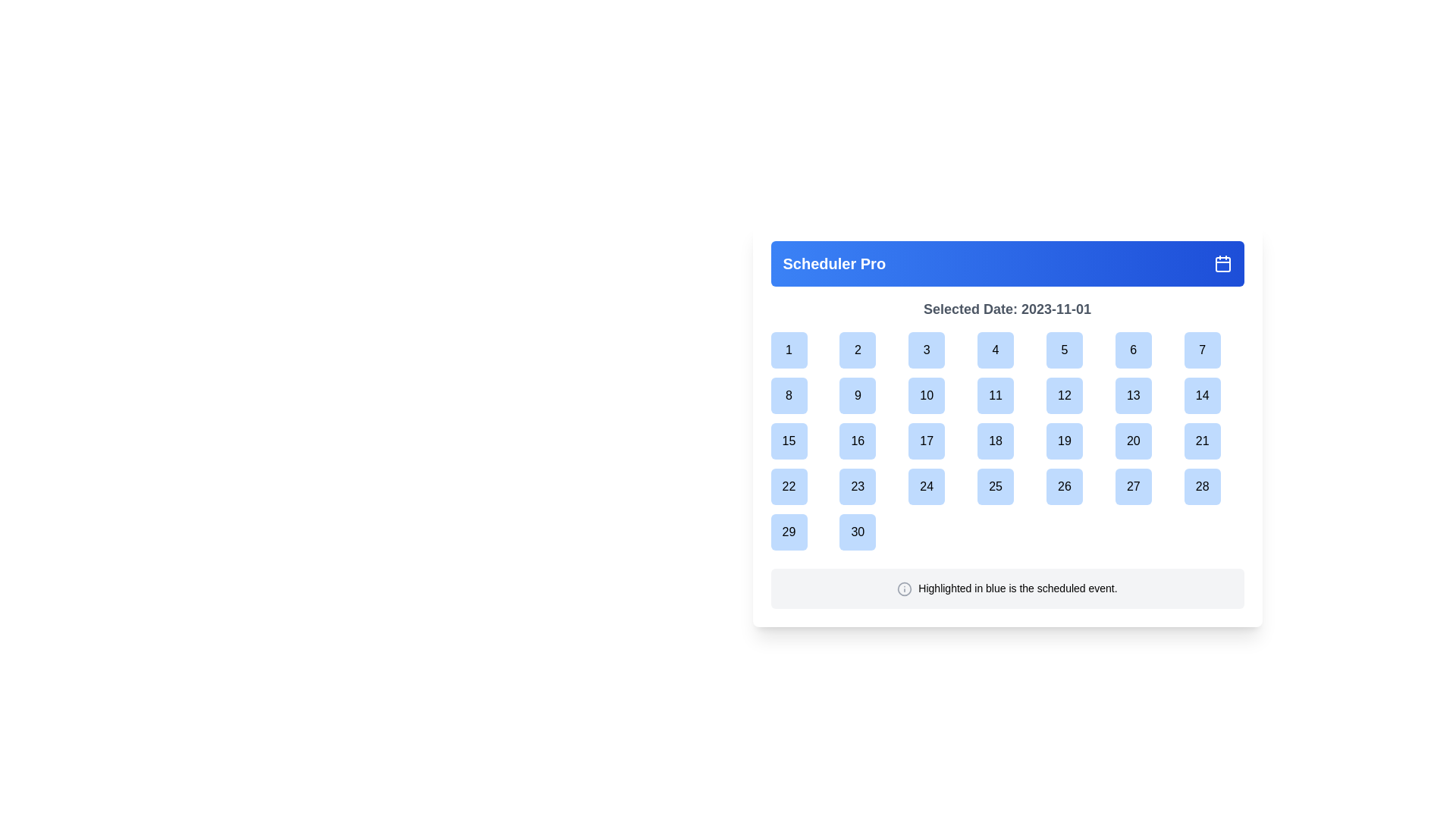 The width and height of the screenshot is (1456, 819). What do you see at coordinates (926, 350) in the screenshot?
I see `the square button with a light blue background that contains the number '3' in black text to activate its hover state` at bounding box center [926, 350].